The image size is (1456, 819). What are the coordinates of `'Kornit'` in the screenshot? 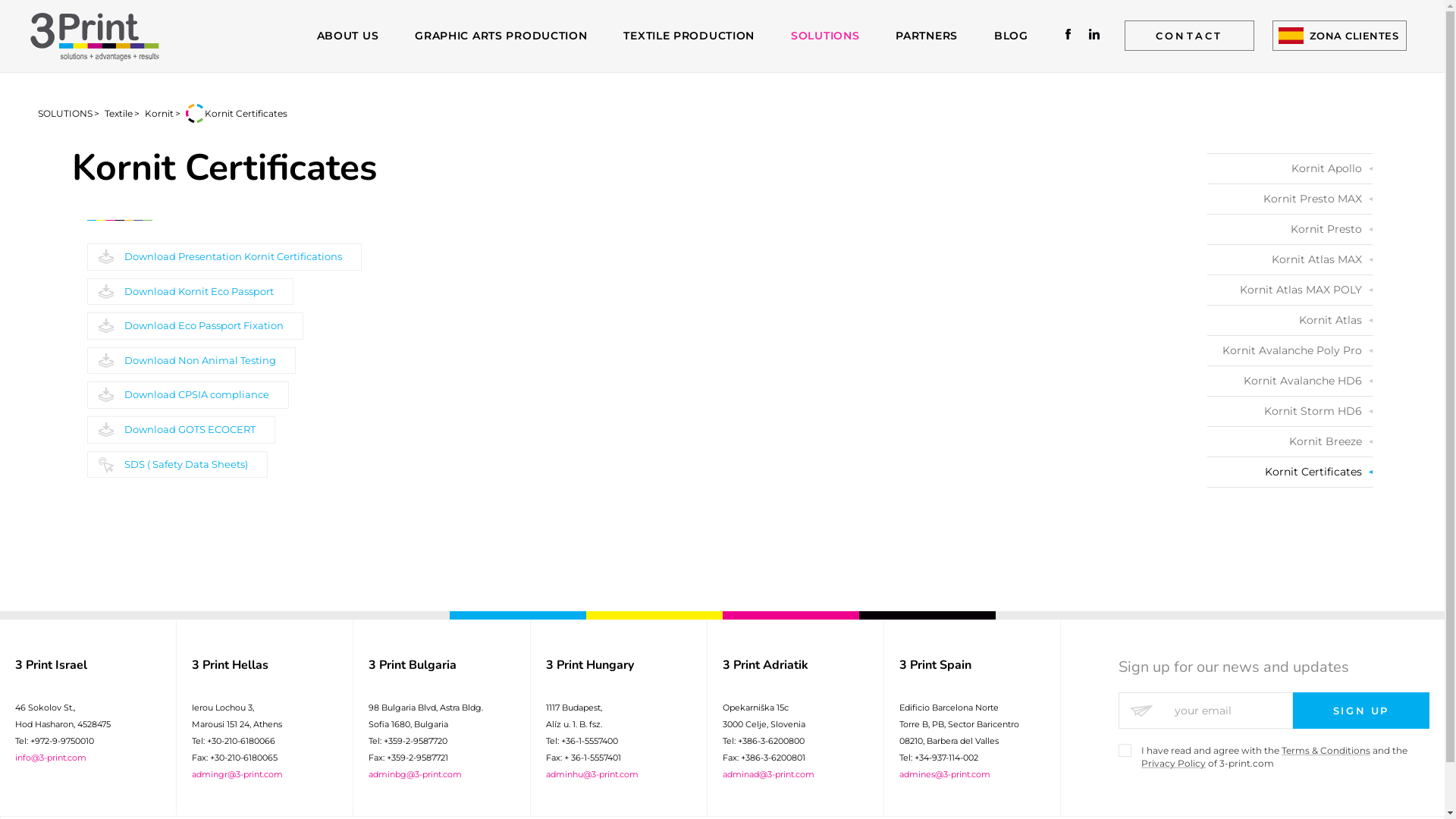 It's located at (159, 112).